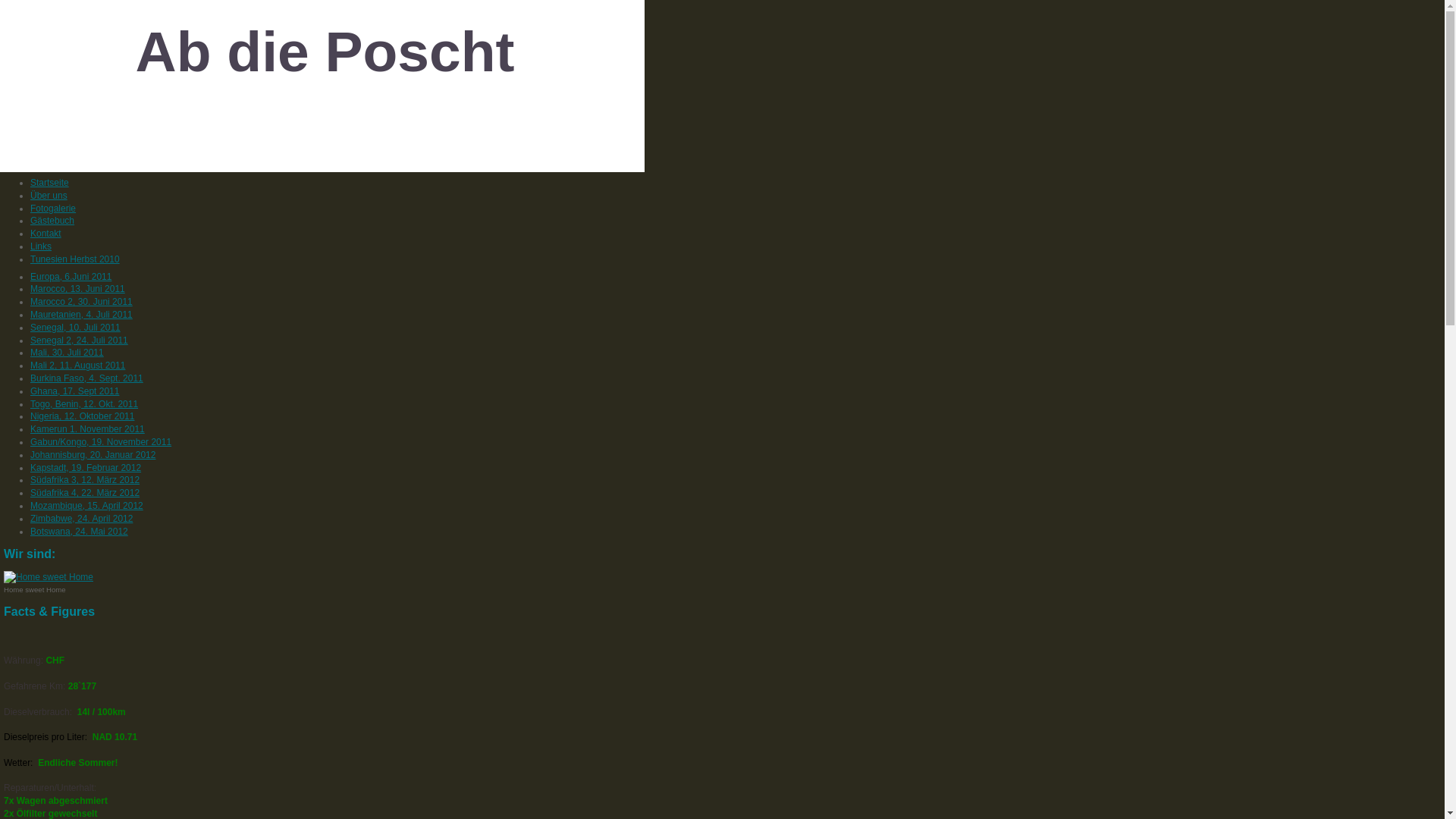  What do you see at coordinates (30, 289) in the screenshot?
I see `'Marocco, 13. Juni 2011'` at bounding box center [30, 289].